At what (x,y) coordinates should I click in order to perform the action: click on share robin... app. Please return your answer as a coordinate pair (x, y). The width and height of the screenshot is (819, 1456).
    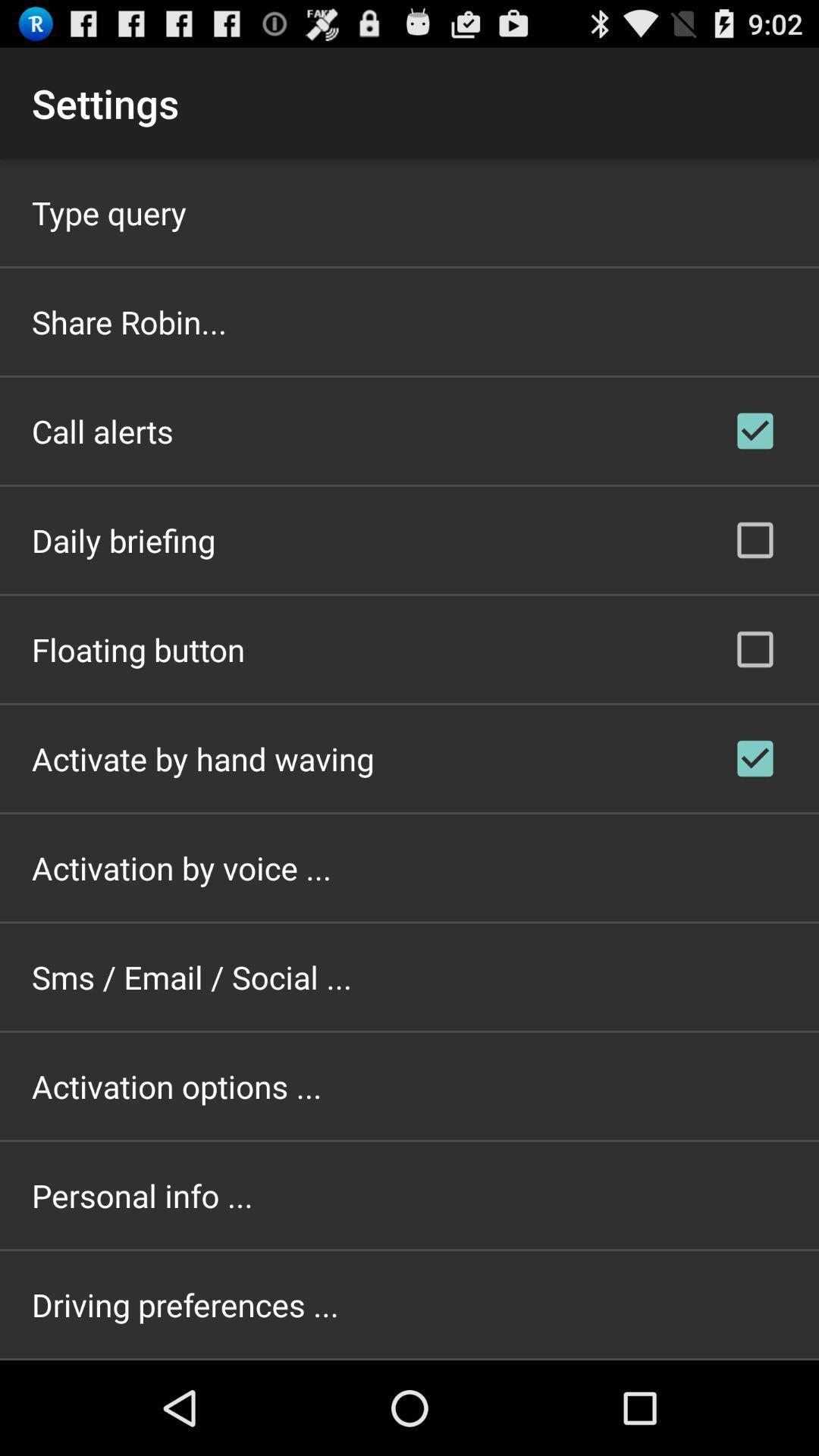
    Looking at the image, I should click on (128, 321).